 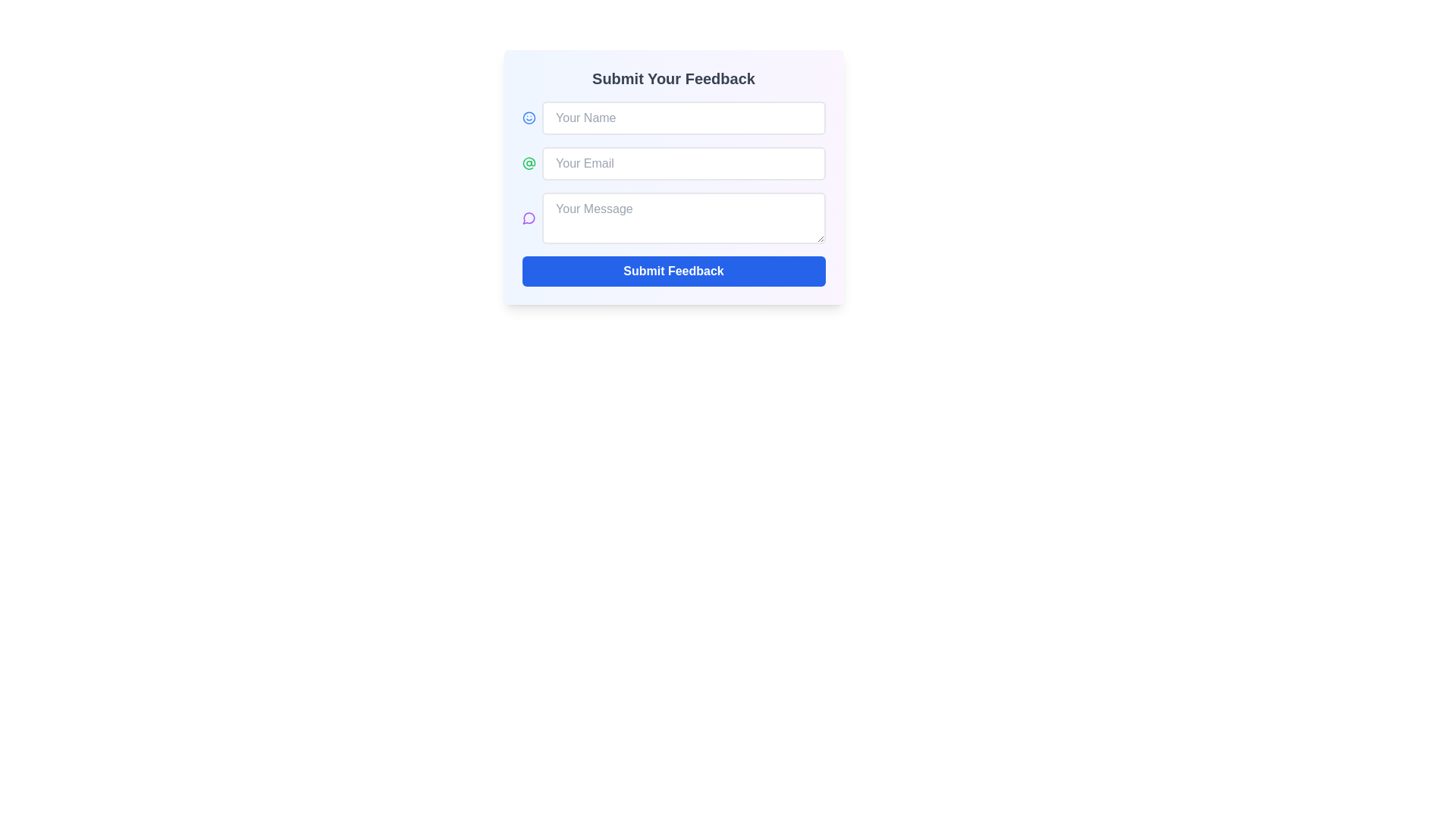 What do you see at coordinates (529, 117) in the screenshot?
I see `the smiling face icon styled with blue color, which is located to the left of the 'Your Name' text input field in the feedback form` at bounding box center [529, 117].